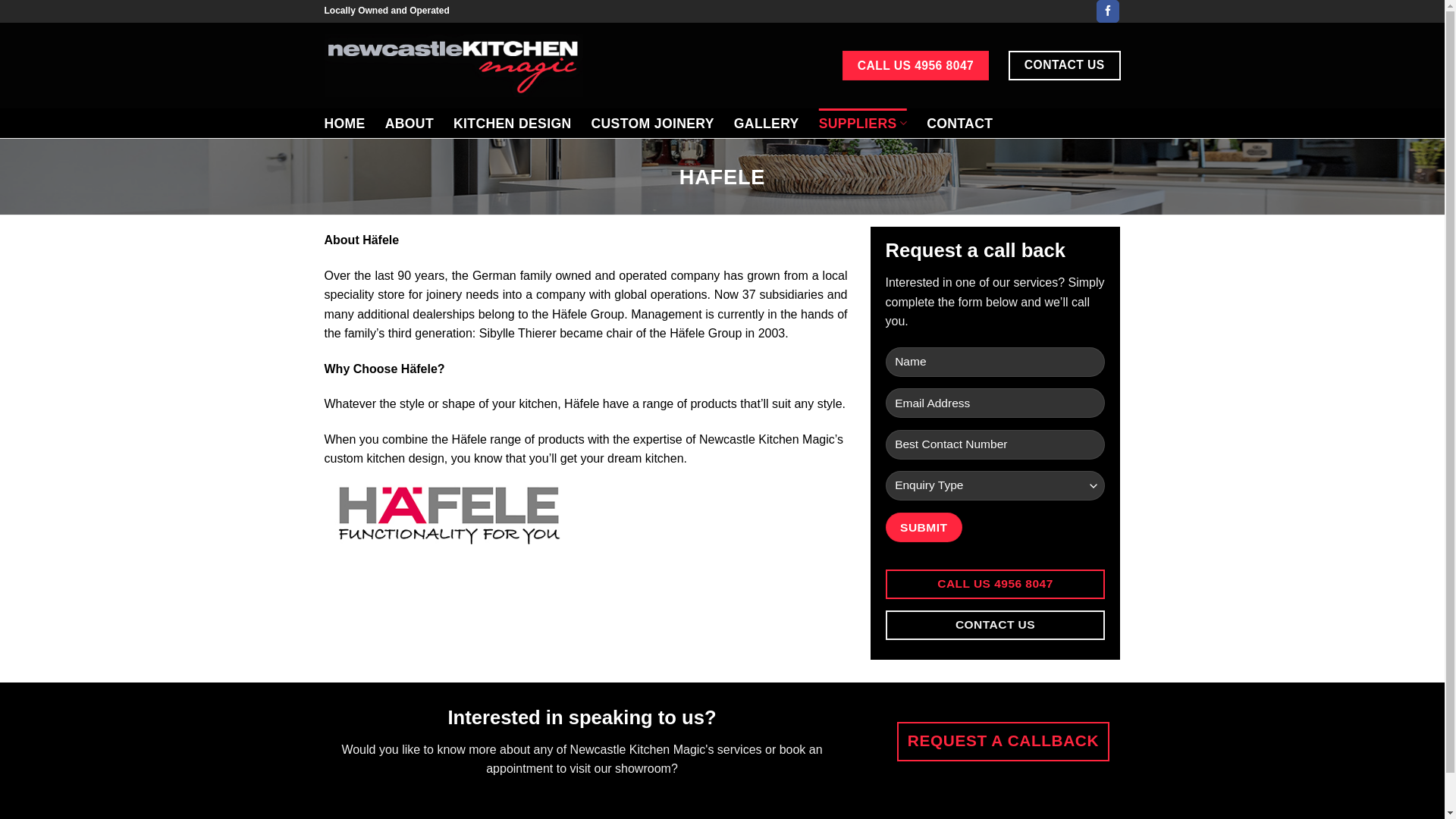 Image resolution: width=1456 pixels, height=819 pixels. What do you see at coordinates (959, 122) in the screenshot?
I see `'CONTACT'` at bounding box center [959, 122].